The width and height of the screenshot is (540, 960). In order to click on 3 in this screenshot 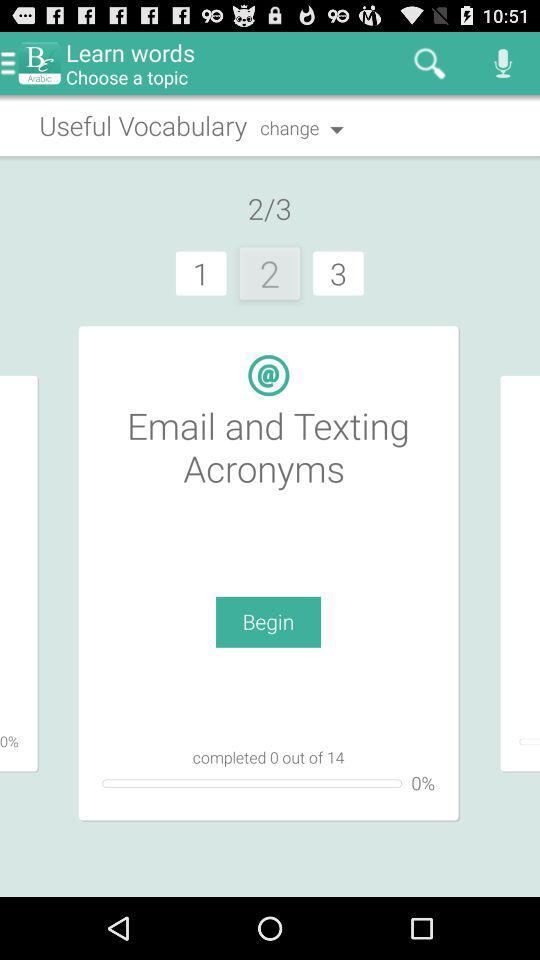, I will do `click(337, 272)`.